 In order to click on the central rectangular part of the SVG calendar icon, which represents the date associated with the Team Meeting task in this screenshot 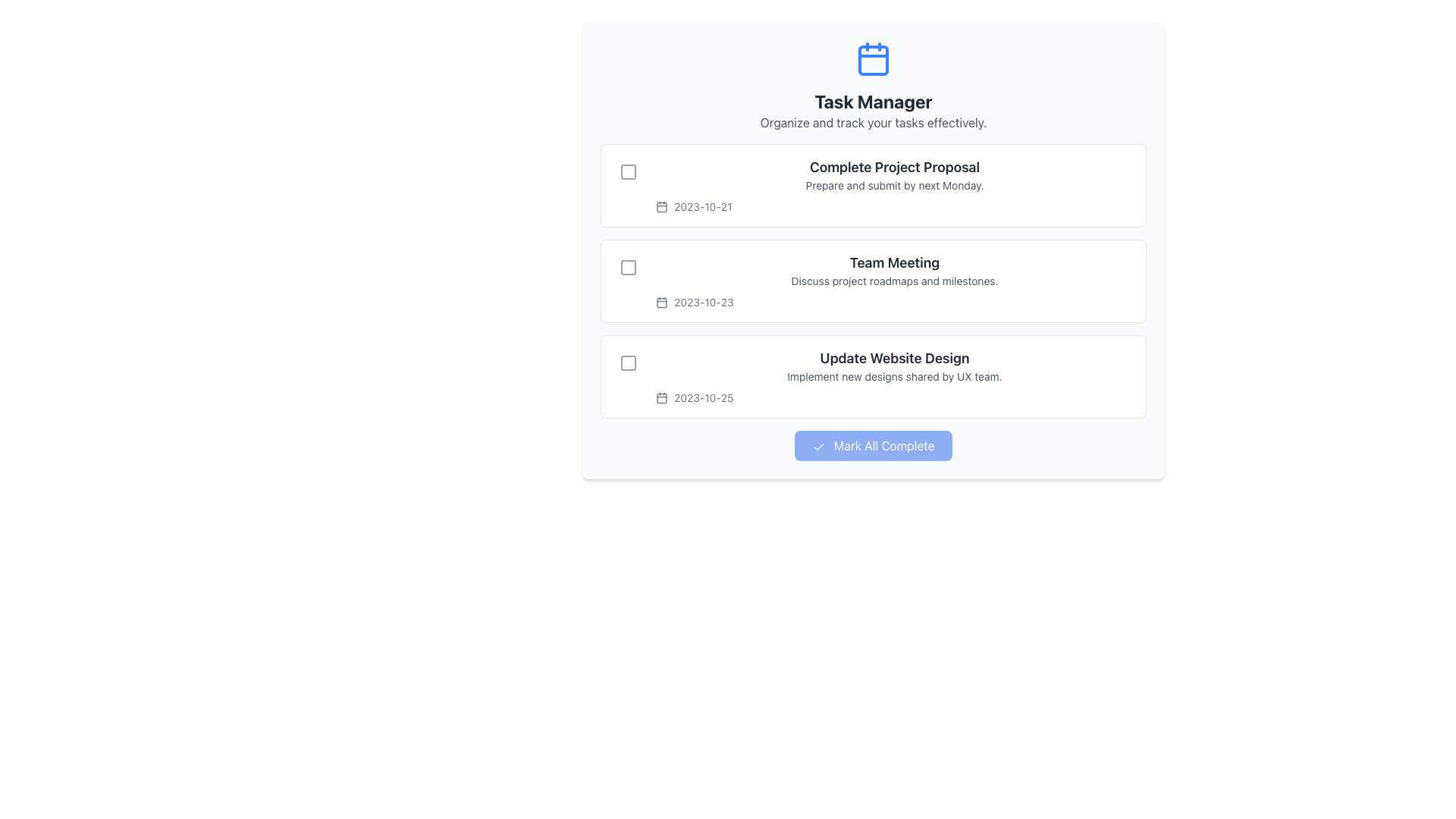, I will do `click(662, 302)`.